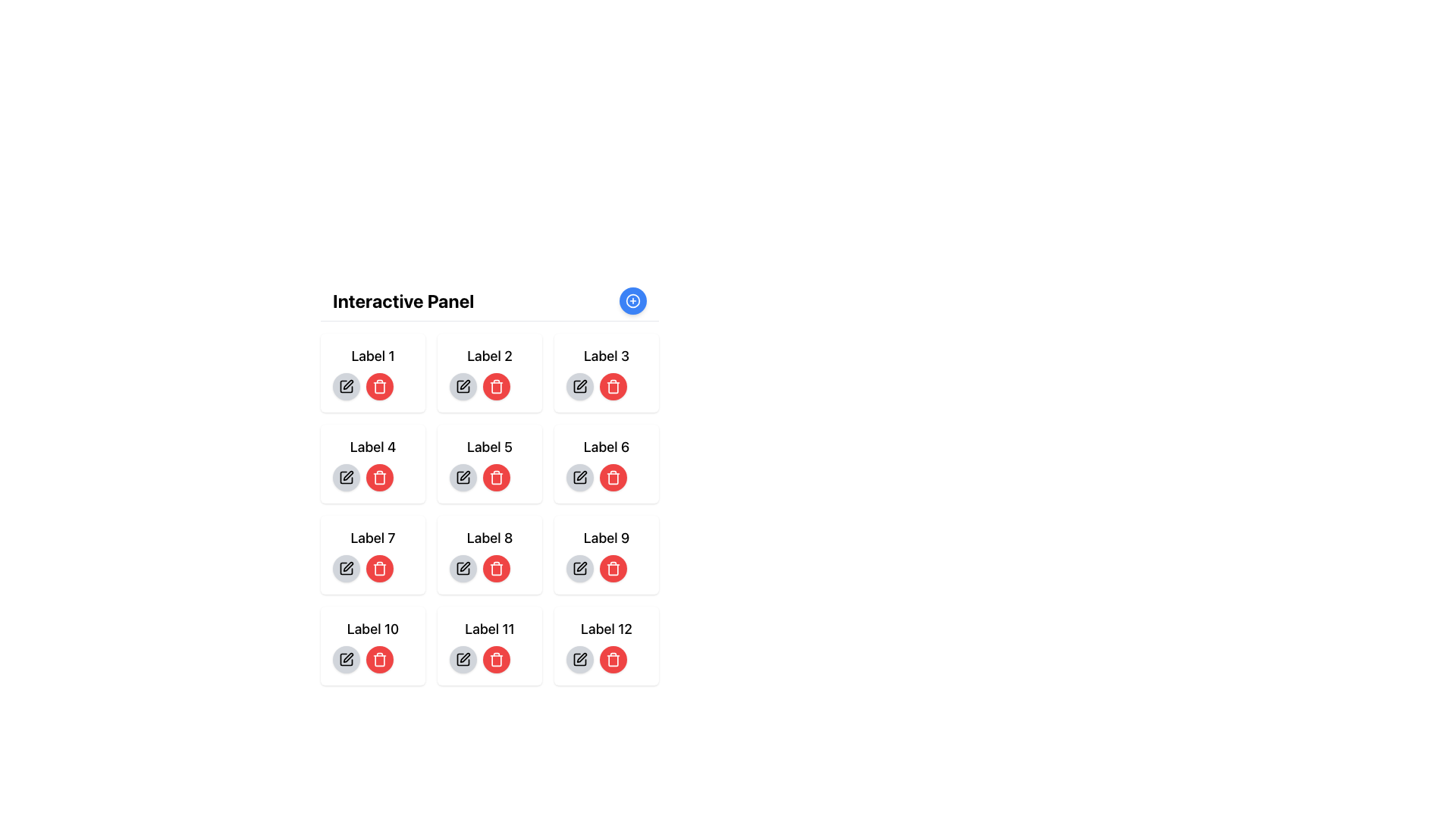 Image resolution: width=1456 pixels, height=819 pixels. What do you see at coordinates (607, 629) in the screenshot?
I see `the text label displaying 'Label 12', which is styled in bold and medium-large font, located in the bottom-right corner of a grid layout with a blue background` at bounding box center [607, 629].